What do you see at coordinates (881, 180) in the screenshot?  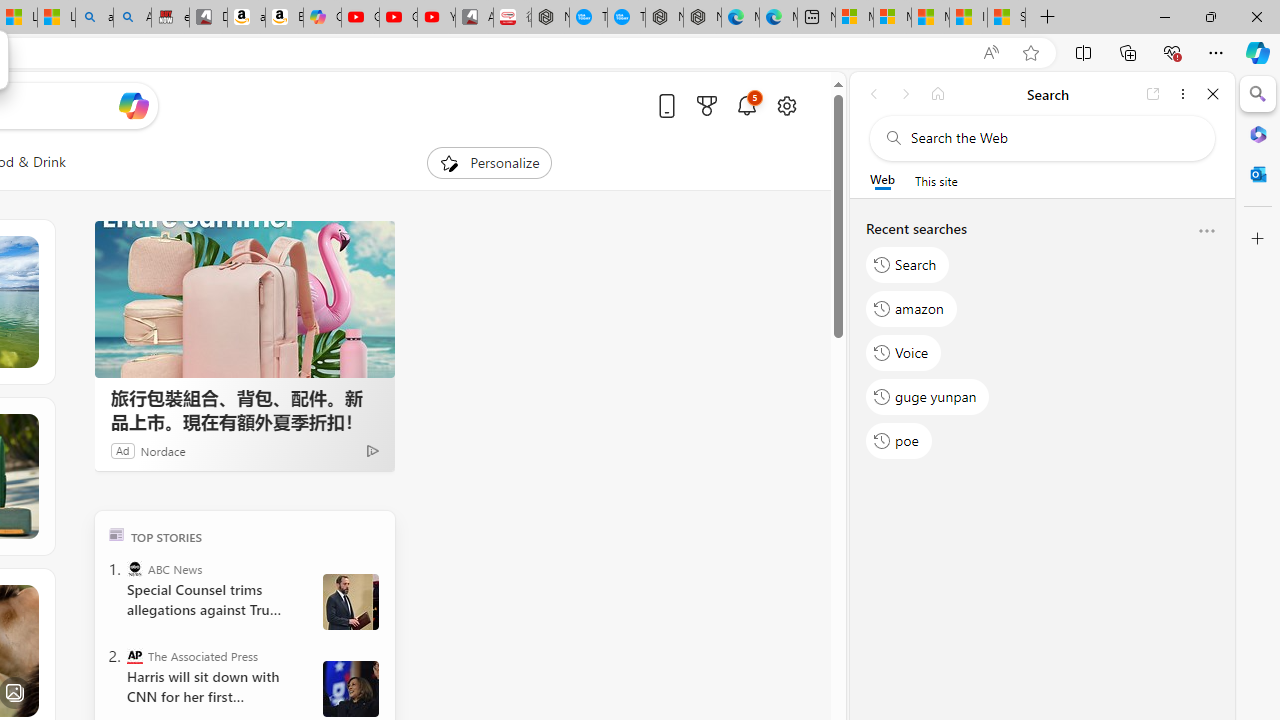 I see `'Web scope'` at bounding box center [881, 180].